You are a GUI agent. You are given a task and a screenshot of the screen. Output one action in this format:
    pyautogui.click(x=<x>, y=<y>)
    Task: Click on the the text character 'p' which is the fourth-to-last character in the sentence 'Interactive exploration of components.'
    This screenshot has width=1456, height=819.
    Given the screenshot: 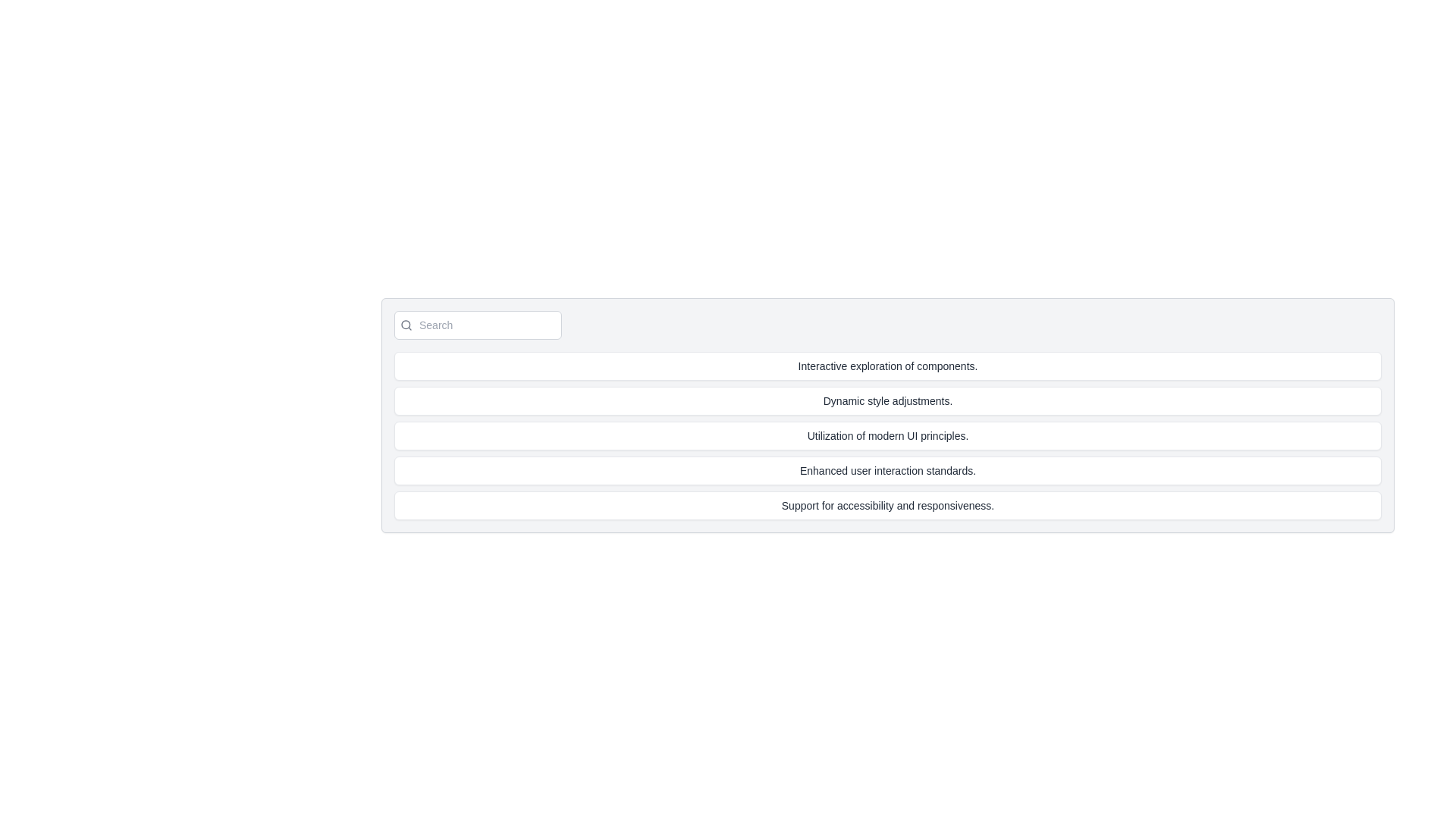 What is the action you would take?
    pyautogui.click(x=939, y=366)
    